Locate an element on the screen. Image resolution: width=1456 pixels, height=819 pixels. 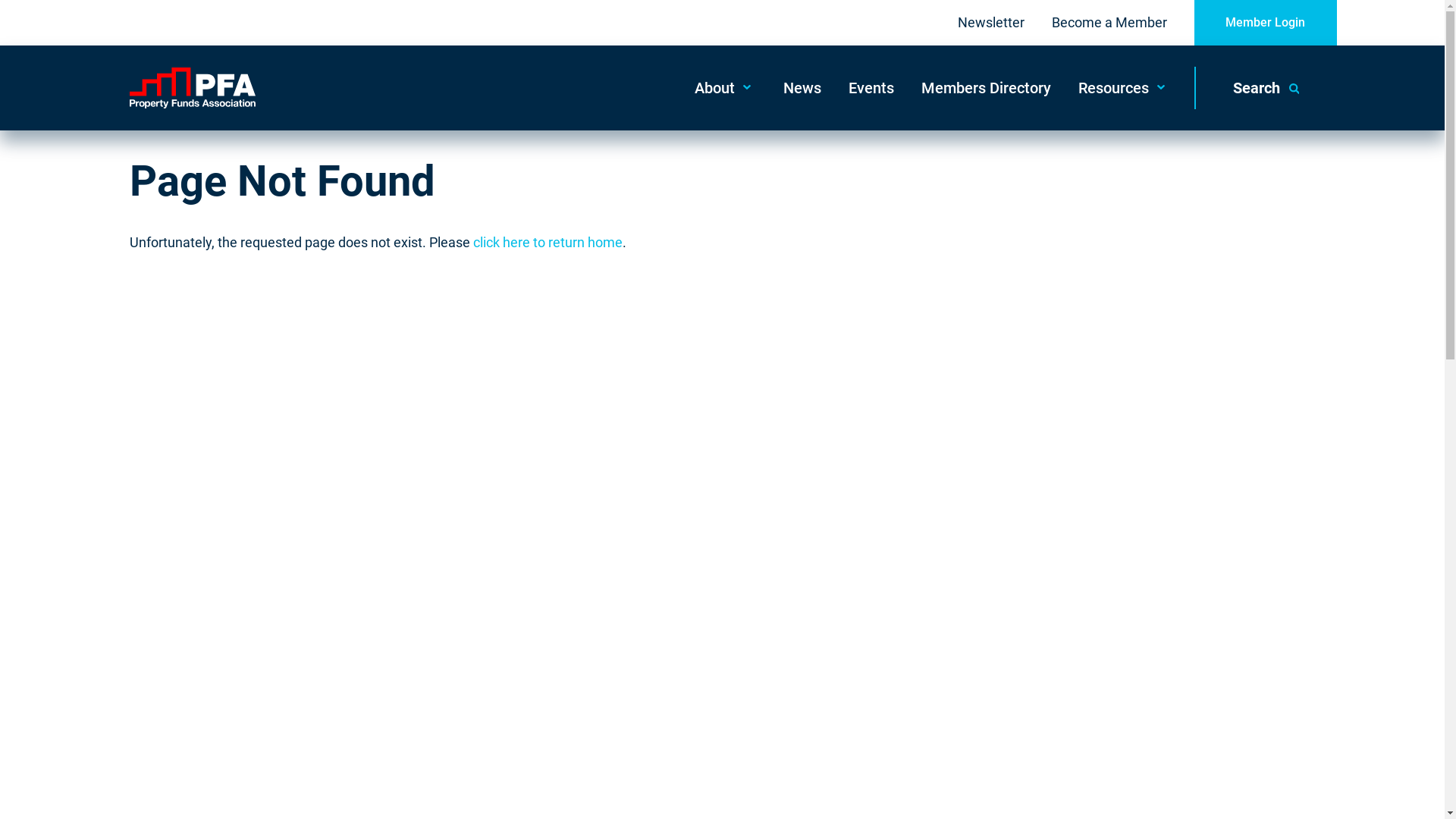
'Search' is located at coordinates (1265, 87).